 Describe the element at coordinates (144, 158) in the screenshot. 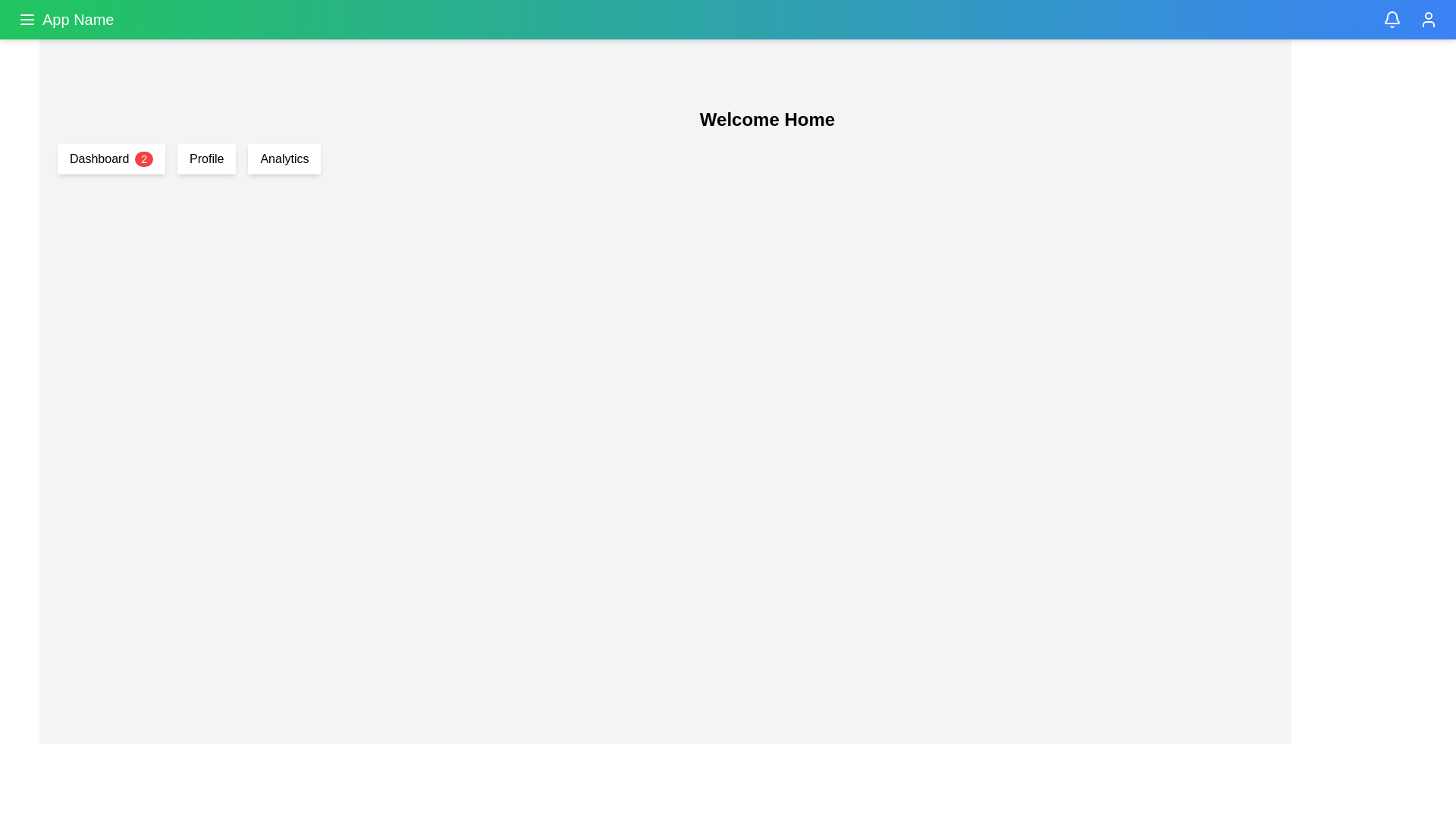

I see `the small circular badge with a red background and white text displaying the number '2', located to the immediate right of the text 'Dashboard' within the 'Dashboard' card` at that location.